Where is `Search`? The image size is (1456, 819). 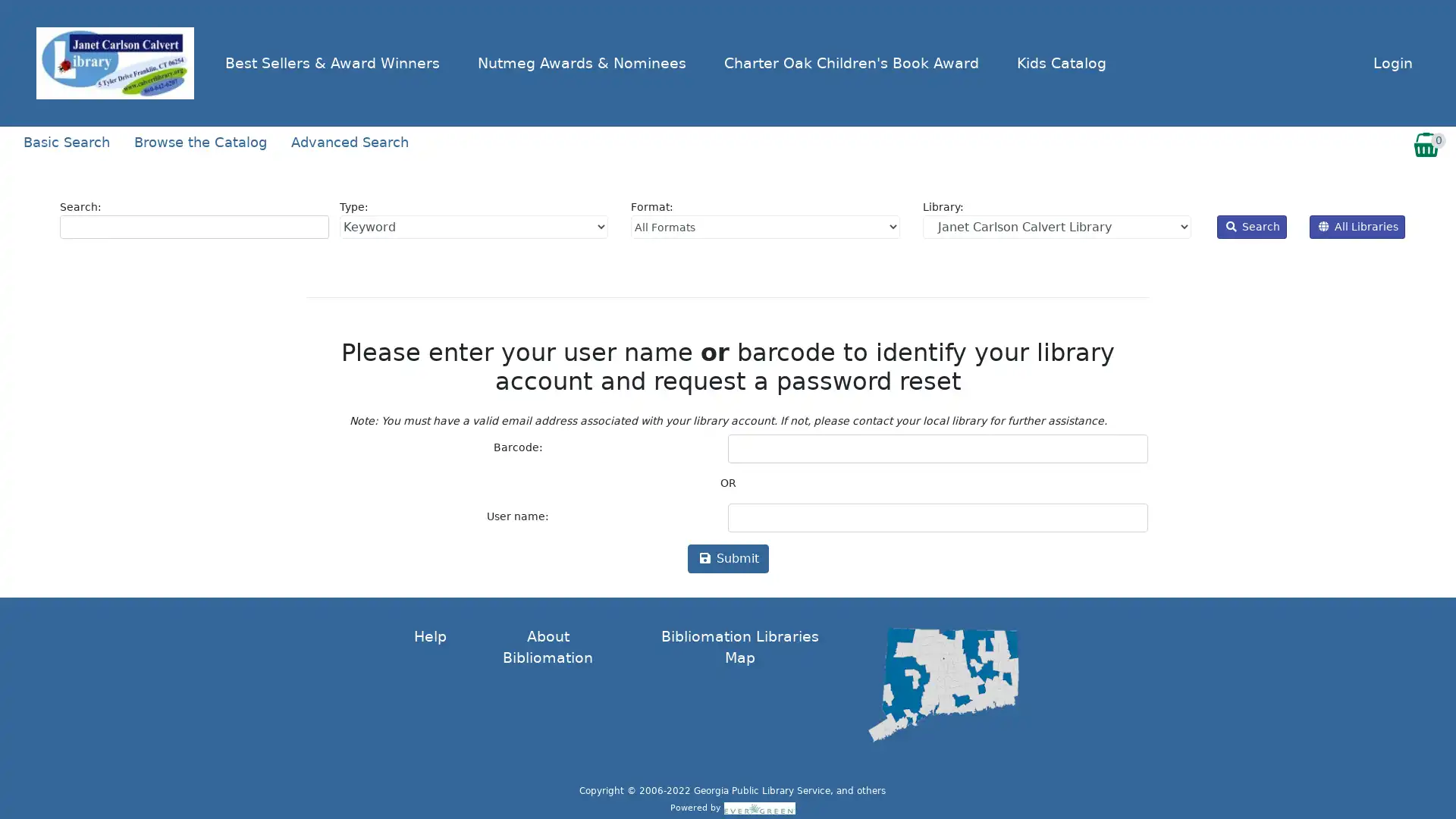
Search is located at coordinates (1252, 226).